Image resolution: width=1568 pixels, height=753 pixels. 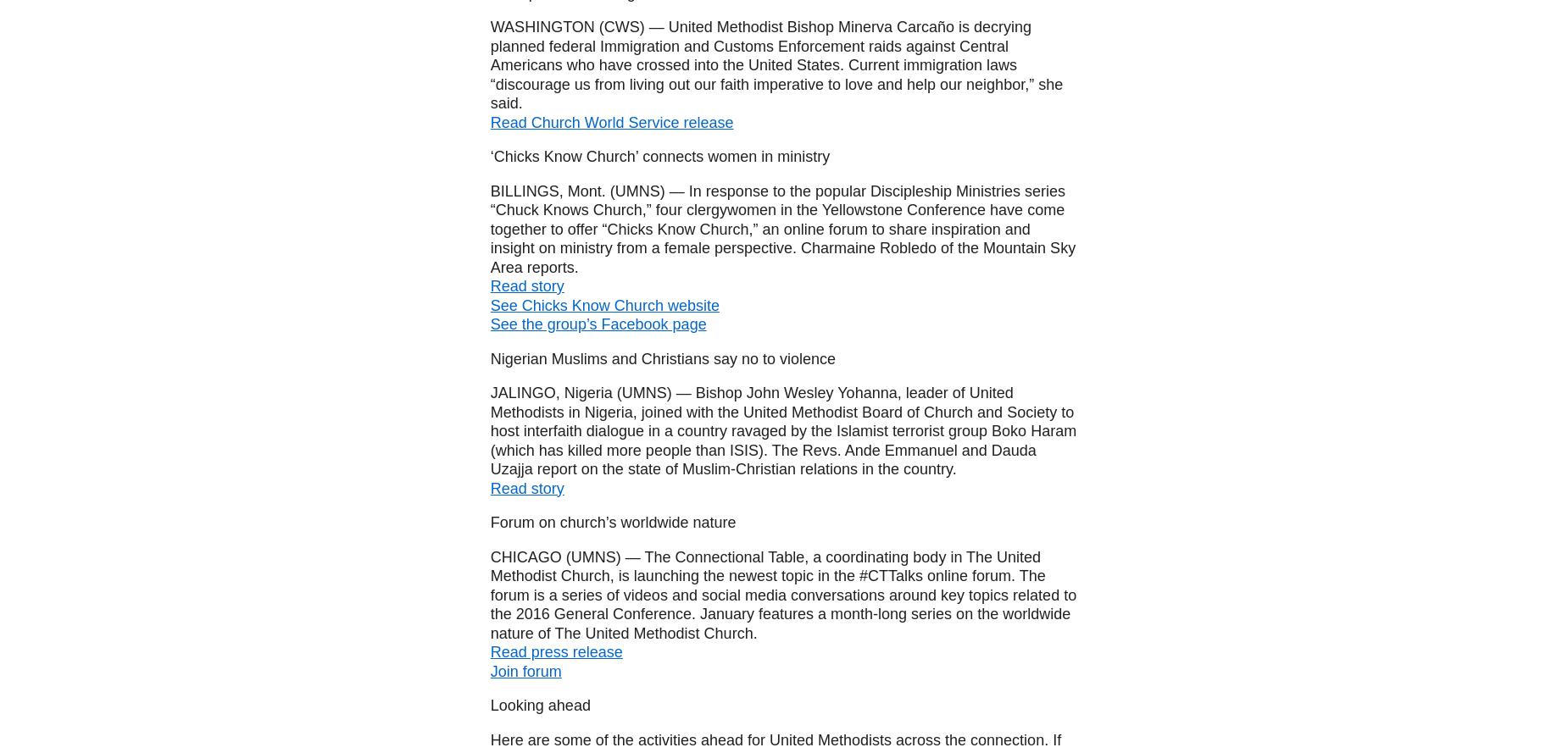 What do you see at coordinates (489, 431) in the screenshot?
I see `'JALINGO, Nigeria (UMNS) — Bishop John Wesley Yohanna, leader of United Methodists in Nigeria, joined with the United Methodist Board of Church and Society to host interfaith dialogue in a country ravaged by the Islamist terrorist group Boko Haram (which has killed more people than ISIS). The Revs. Ande Emmanuel and Dauda Uzajja report on the state of Muslim-Christian relations in the country.'` at bounding box center [489, 431].